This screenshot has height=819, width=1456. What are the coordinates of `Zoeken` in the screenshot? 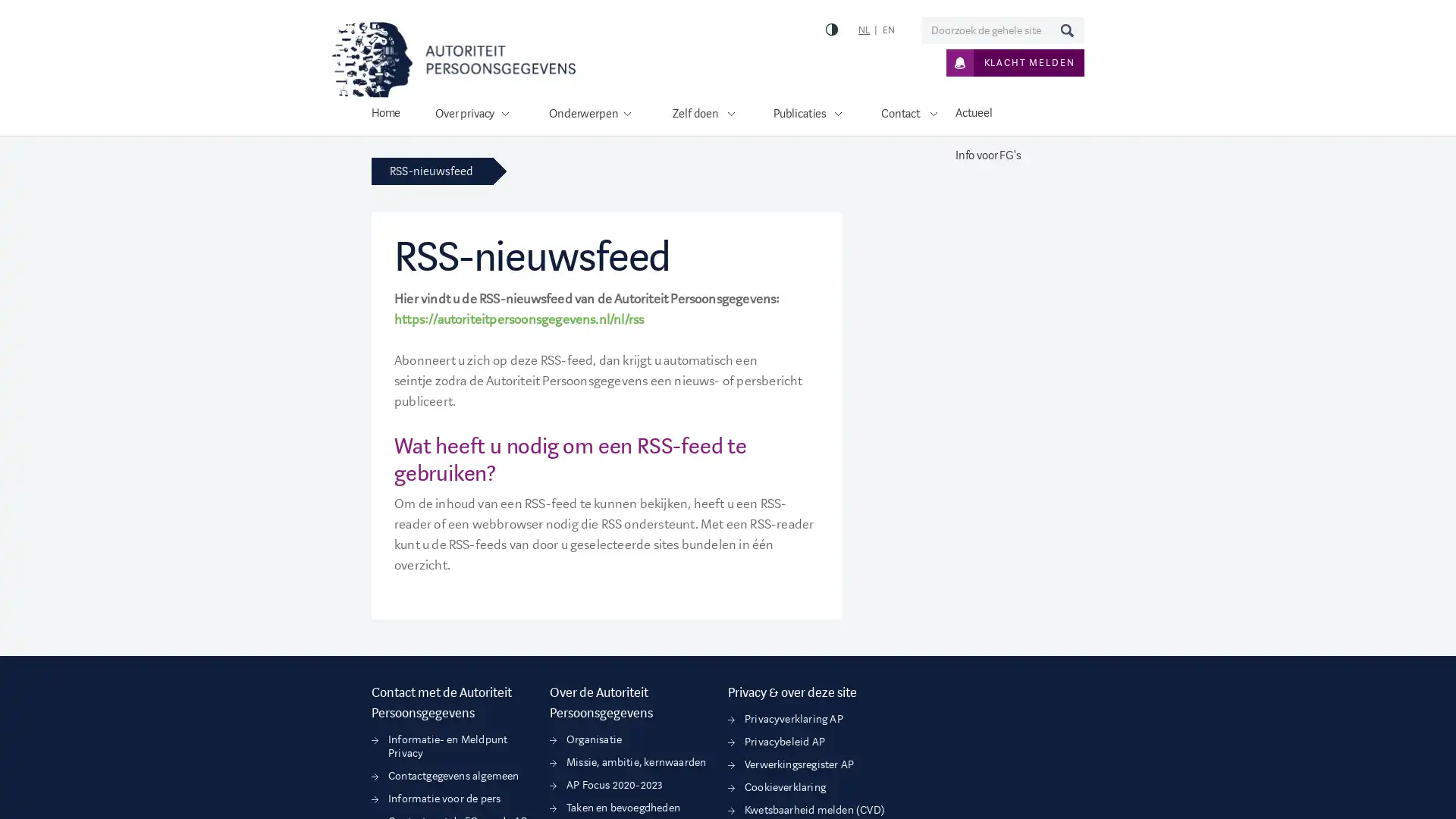 It's located at (1065, 30).